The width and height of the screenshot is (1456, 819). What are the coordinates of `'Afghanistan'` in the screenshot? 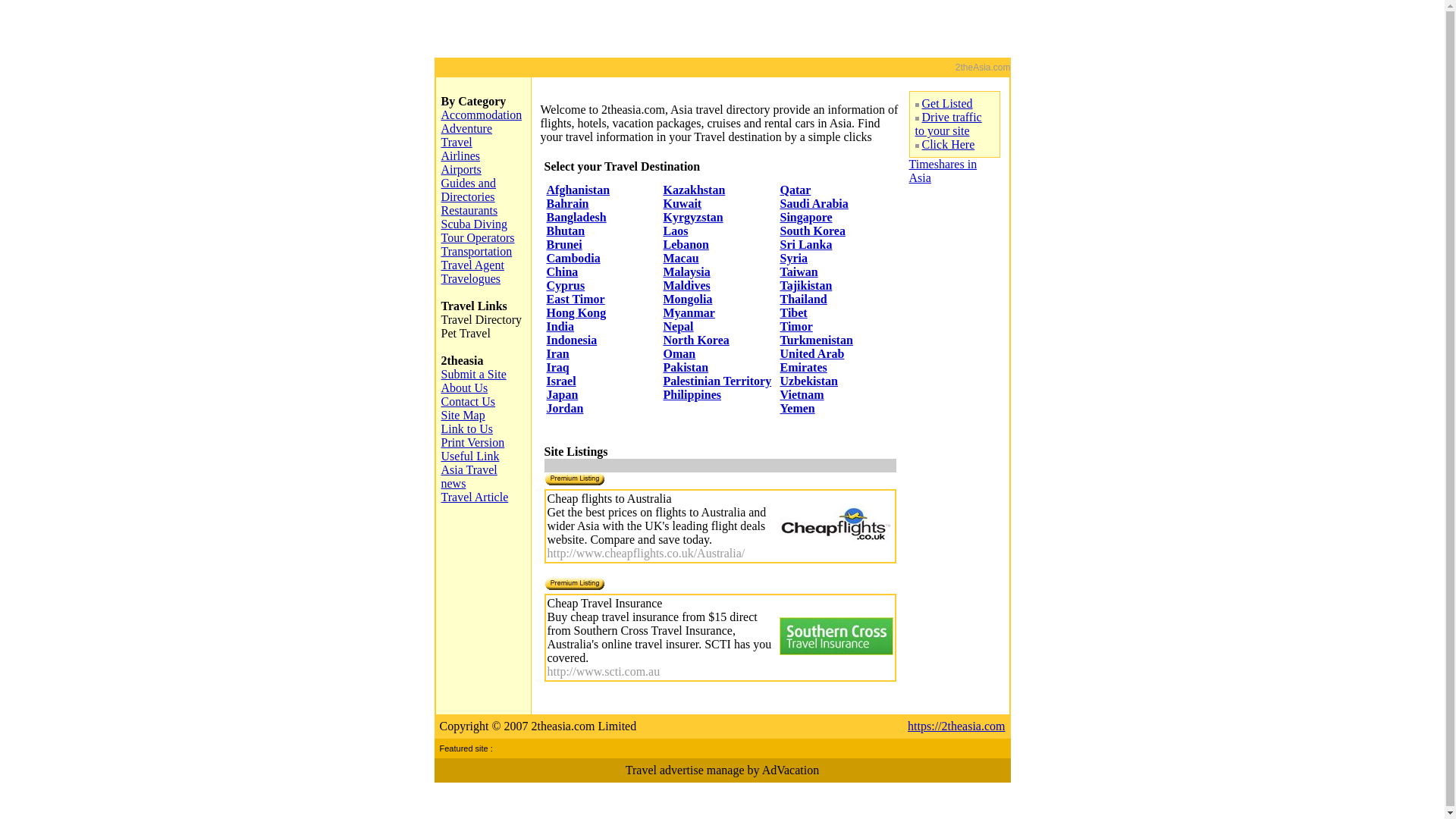 It's located at (577, 189).